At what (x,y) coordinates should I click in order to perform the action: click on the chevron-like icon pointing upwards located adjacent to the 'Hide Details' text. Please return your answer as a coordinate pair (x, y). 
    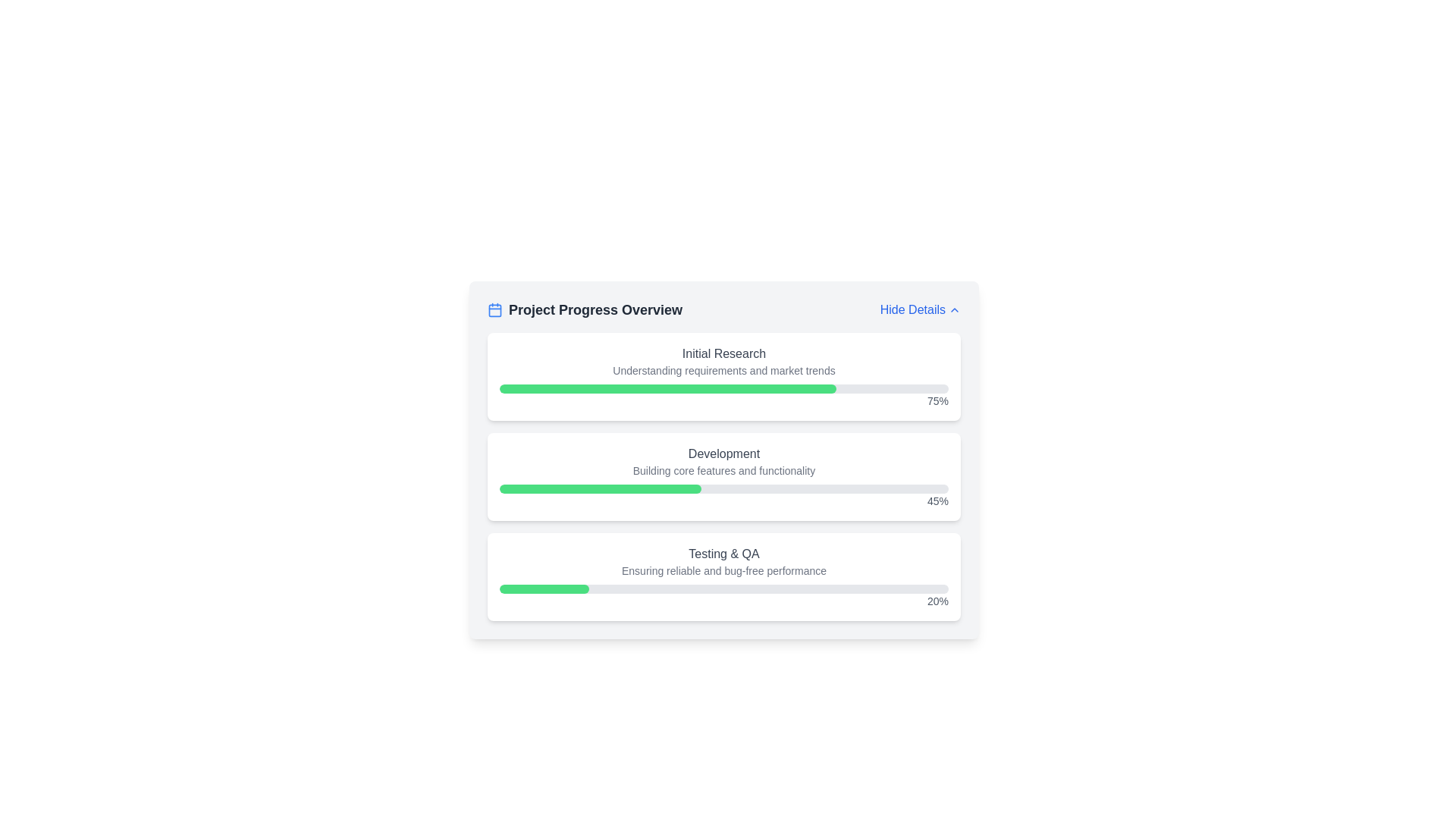
    Looking at the image, I should click on (953, 309).